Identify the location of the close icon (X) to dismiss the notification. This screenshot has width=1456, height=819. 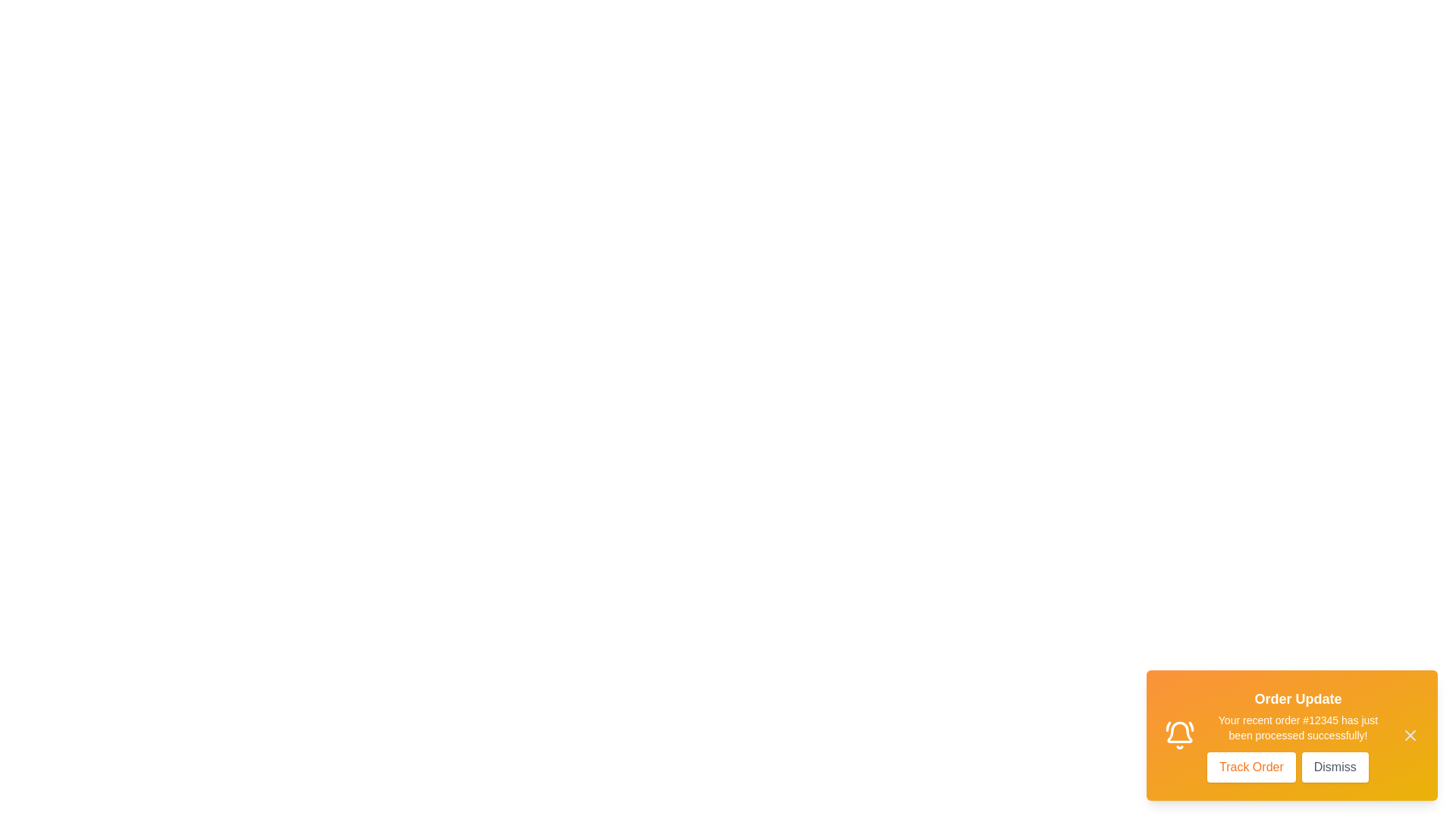
(1410, 734).